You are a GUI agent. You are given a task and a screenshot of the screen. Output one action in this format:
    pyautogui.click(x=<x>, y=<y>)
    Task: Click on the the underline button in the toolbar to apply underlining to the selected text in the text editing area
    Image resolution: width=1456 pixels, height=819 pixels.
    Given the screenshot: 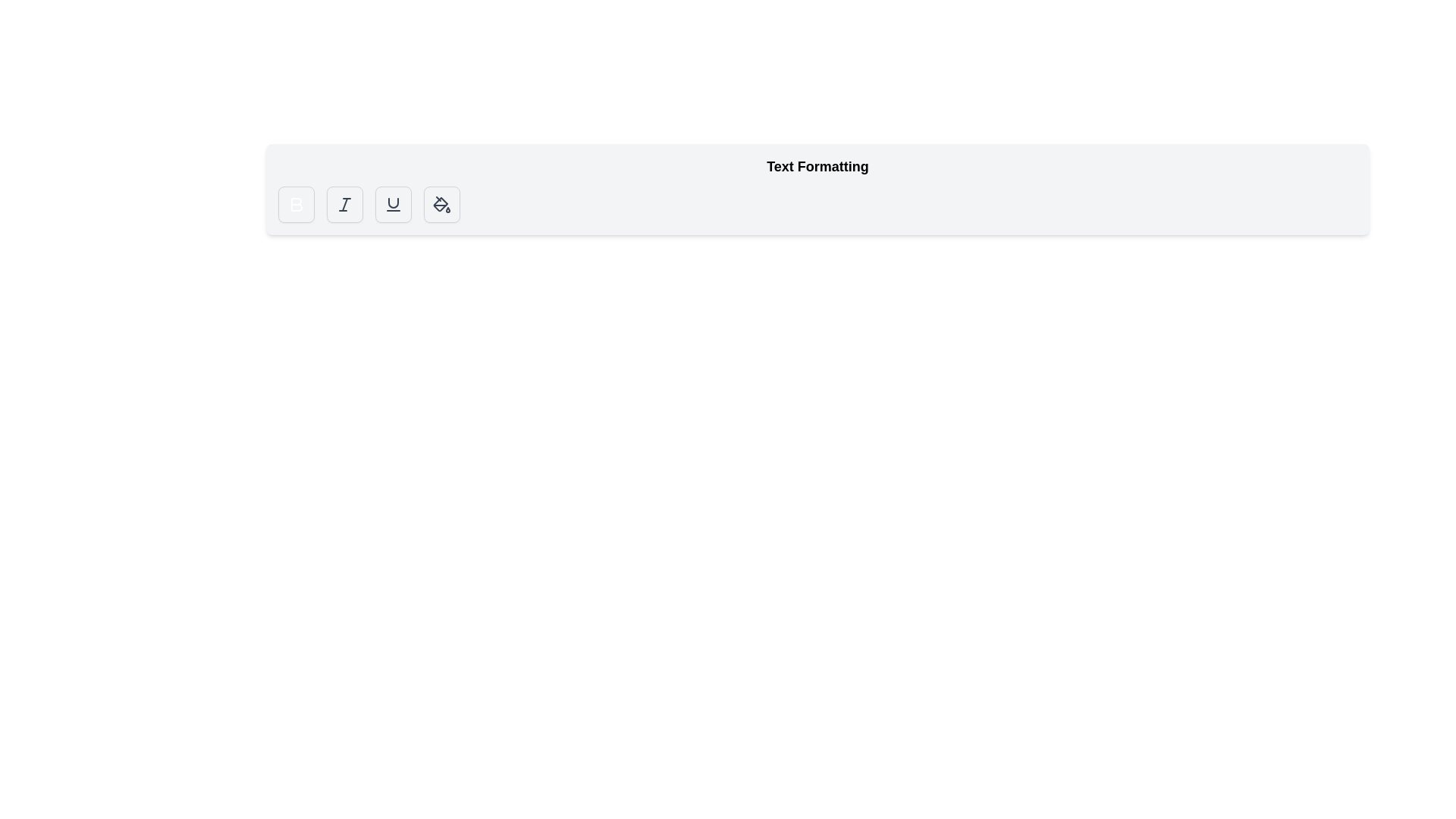 What is the action you would take?
    pyautogui.click(x=393, y=205)
    